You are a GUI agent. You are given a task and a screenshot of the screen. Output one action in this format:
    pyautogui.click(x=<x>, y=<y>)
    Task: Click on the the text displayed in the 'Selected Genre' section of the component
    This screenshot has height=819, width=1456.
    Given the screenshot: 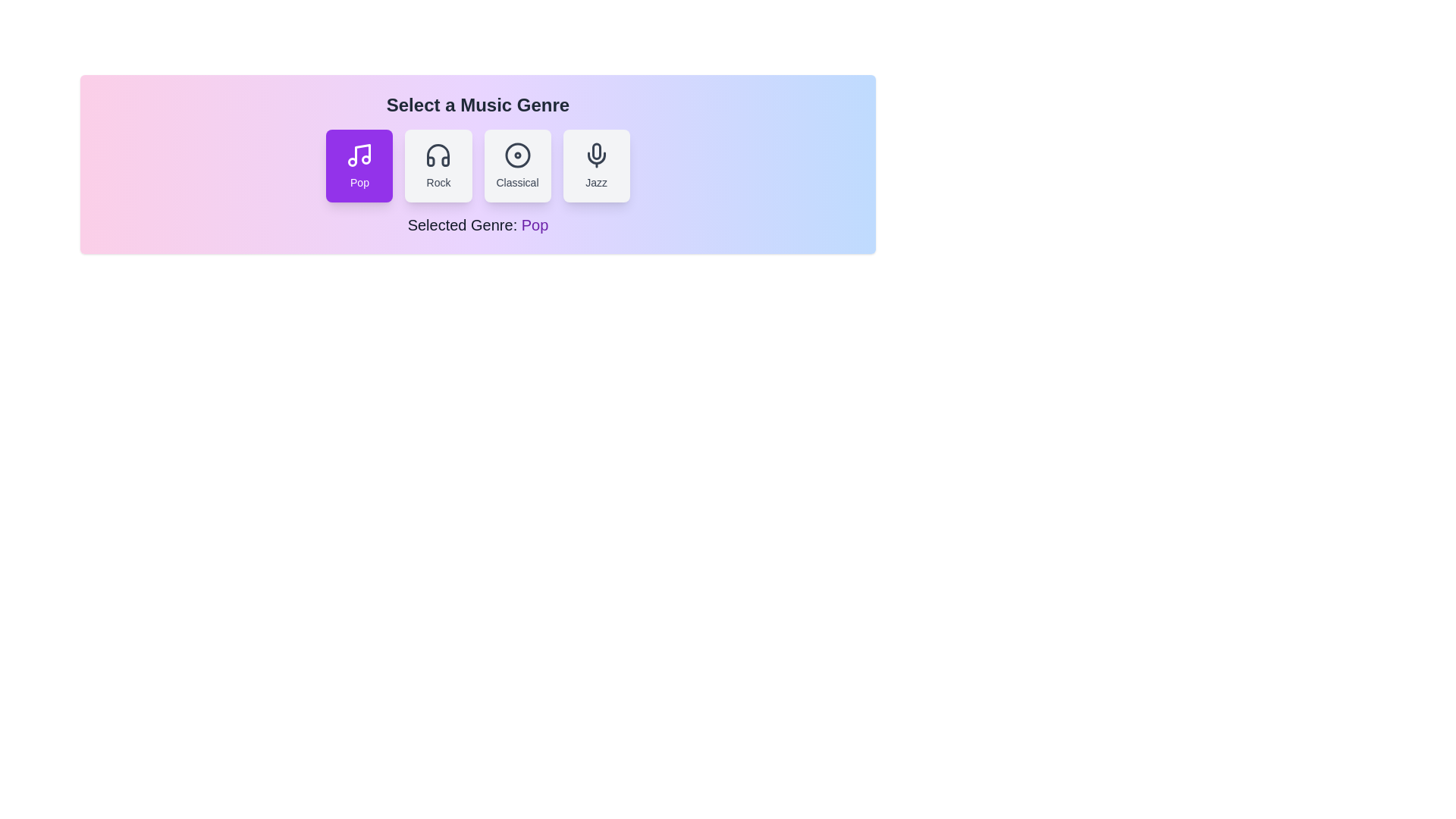 What is the action you would take?
    pyautogui.click(x=477, y=225)
    